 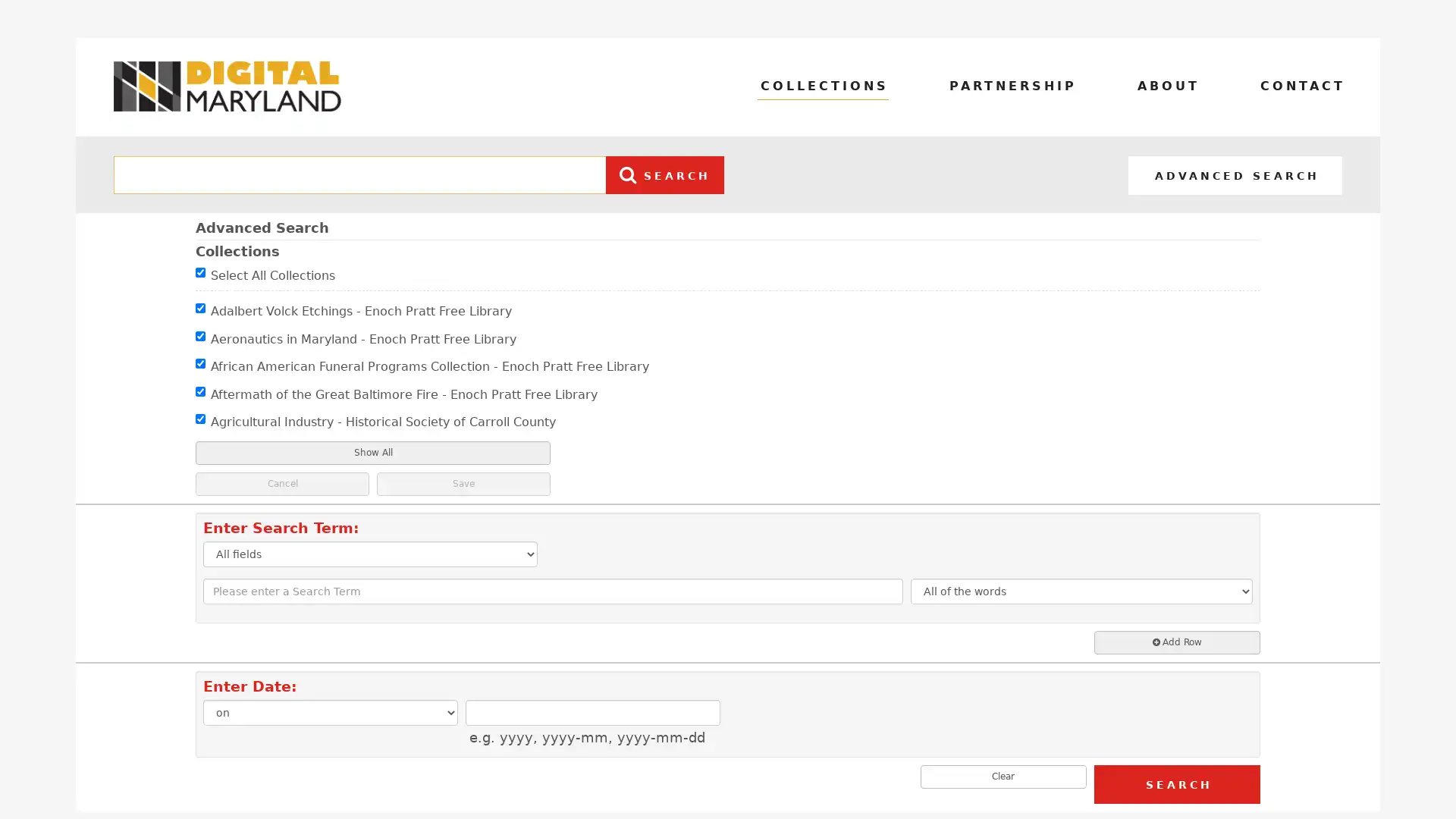 What do you see at coordinates (661, 174) in the screenshot?
I see `Search` at bounding box center [661, 174].